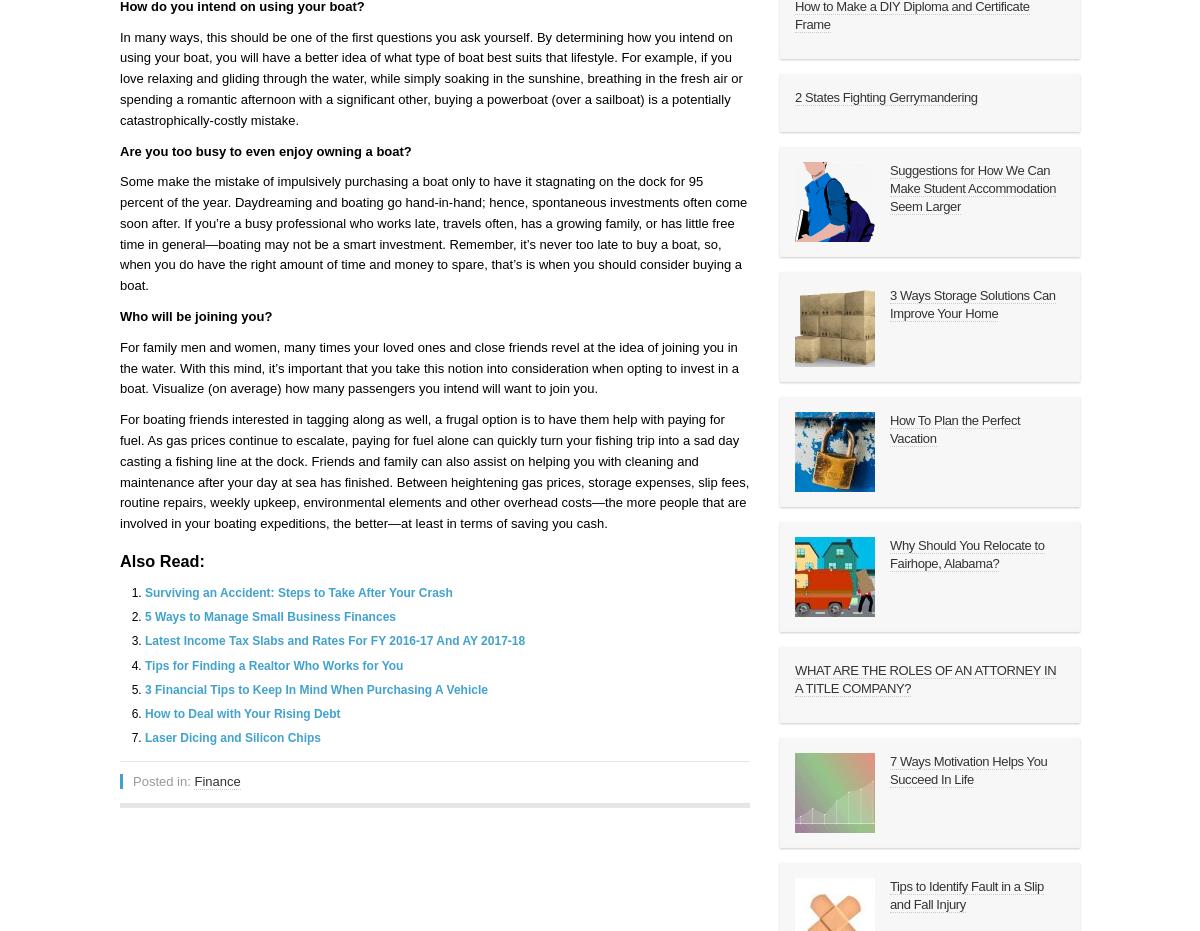 The width and height of the screenshot is (1200, 931). What do you see at coordinates (297, 591) in the screenshot?
I see `'Surviving an Accident: Steps to Take After Your Crash'` at bounding box center [297, 591].